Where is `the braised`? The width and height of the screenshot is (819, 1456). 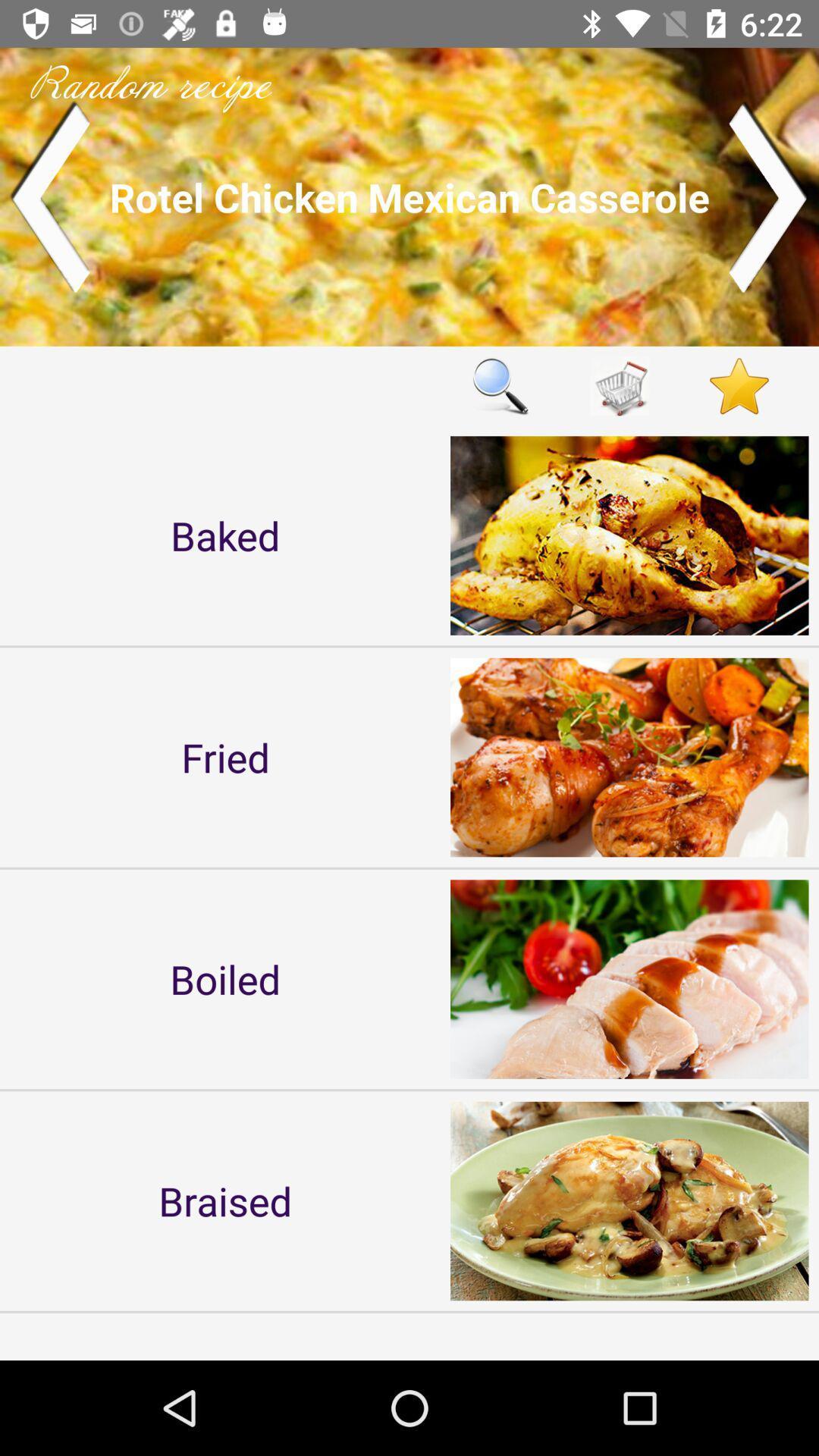
the braised is located at coordinates (225, 1200).